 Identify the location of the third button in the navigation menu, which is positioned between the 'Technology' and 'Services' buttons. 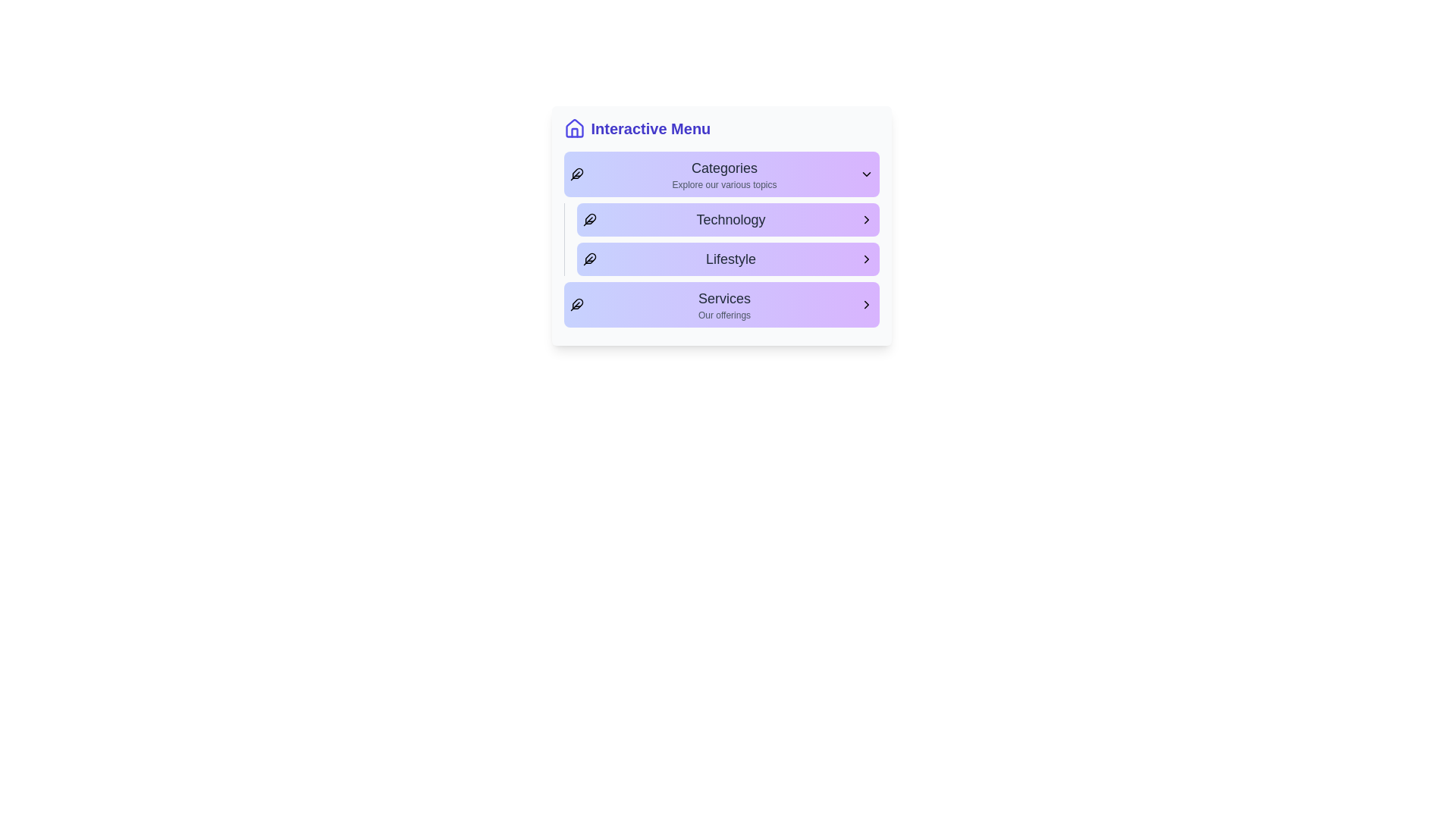
(728, 259).